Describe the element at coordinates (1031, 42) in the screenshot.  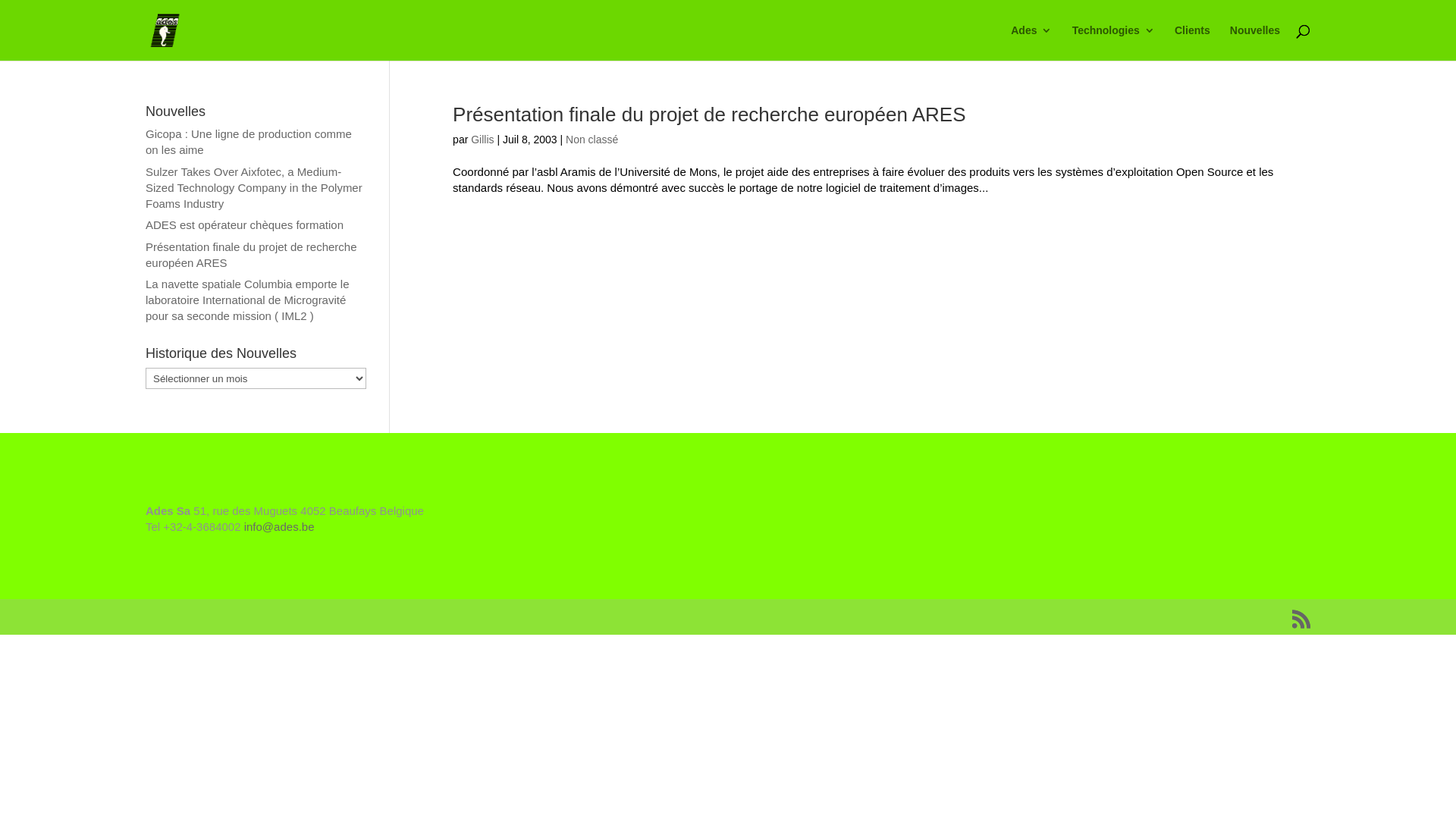
I see `'Ades'` at that location.